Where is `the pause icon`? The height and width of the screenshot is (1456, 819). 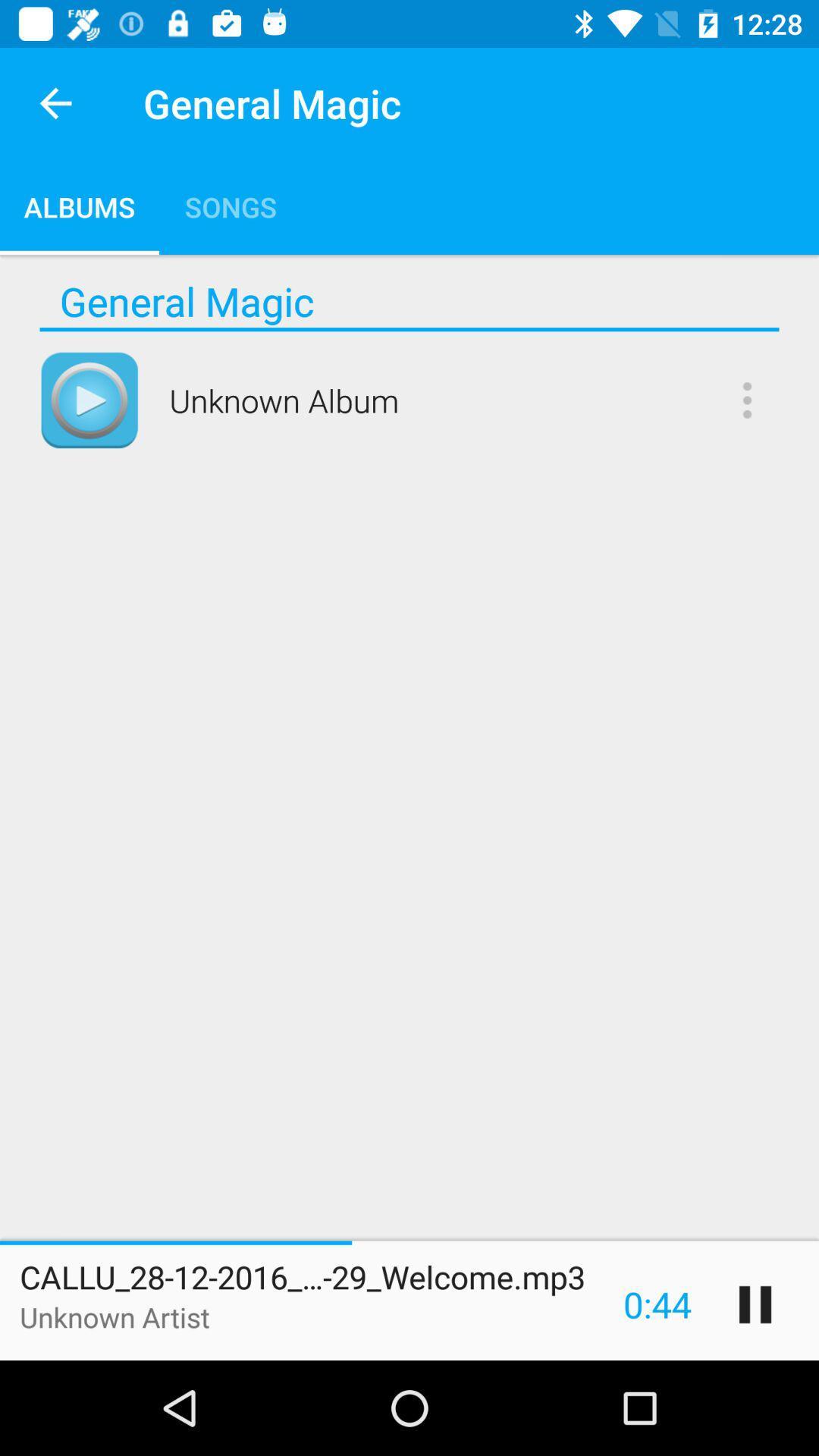
the pause icon is located at coordinates (755, 1304).